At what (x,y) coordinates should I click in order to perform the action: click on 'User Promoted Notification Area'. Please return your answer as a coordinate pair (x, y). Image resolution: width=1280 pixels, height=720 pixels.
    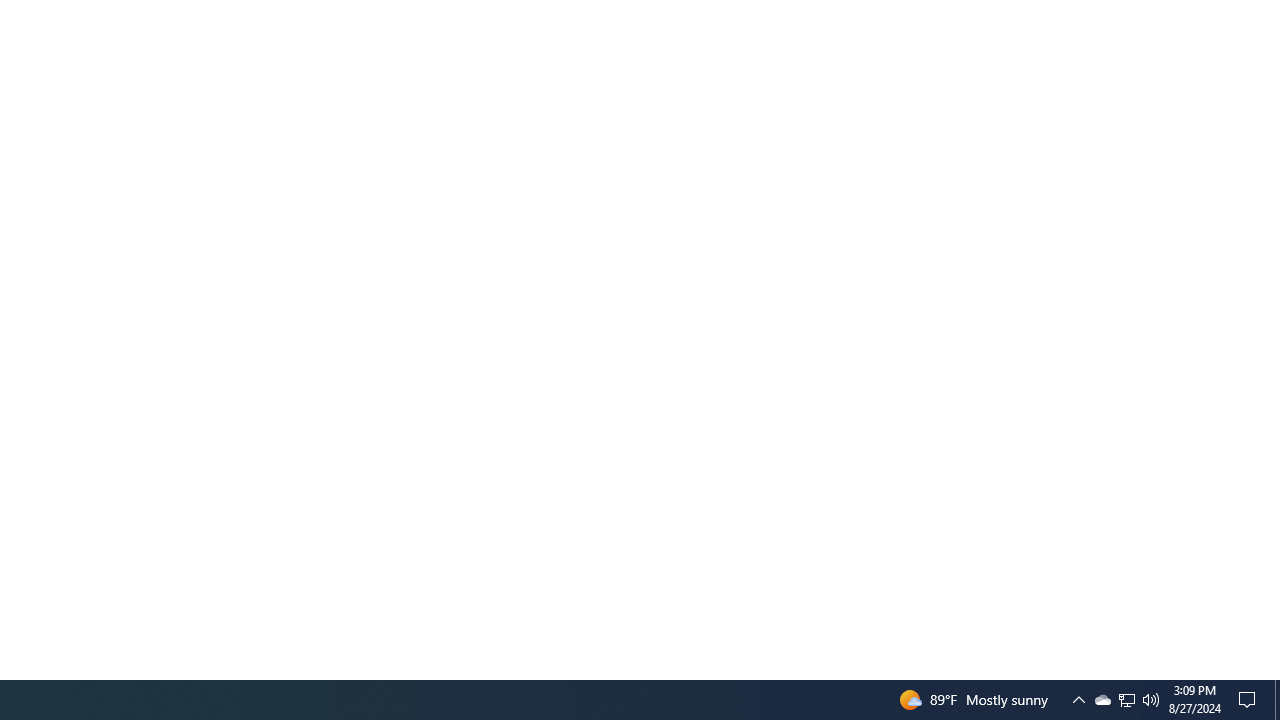
    Looking at the image, I should click on (1101, 698).